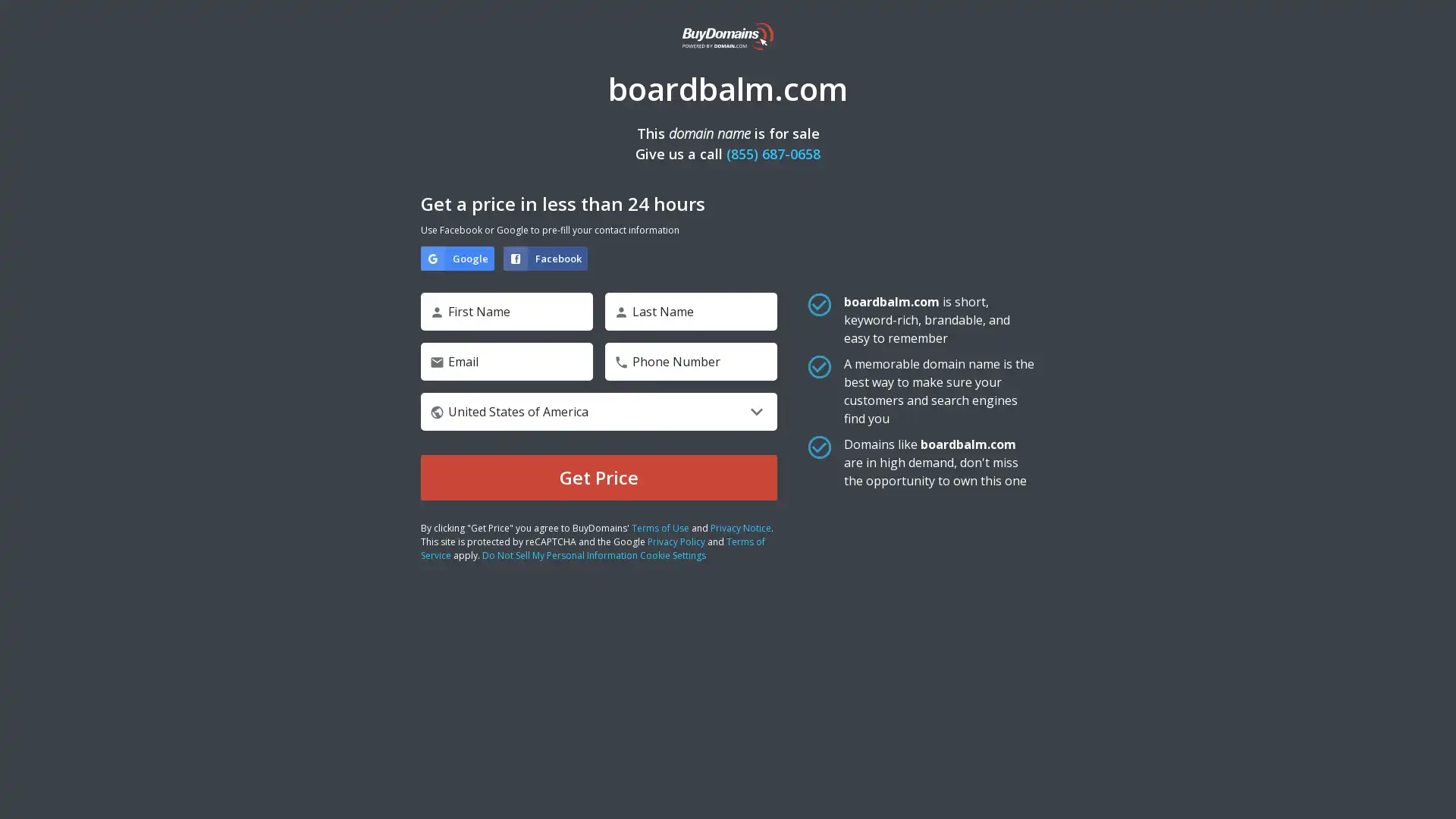 The width and height of the screenshot is (1456, 819). I want to click on Cookies Settings, so click(154, 760).